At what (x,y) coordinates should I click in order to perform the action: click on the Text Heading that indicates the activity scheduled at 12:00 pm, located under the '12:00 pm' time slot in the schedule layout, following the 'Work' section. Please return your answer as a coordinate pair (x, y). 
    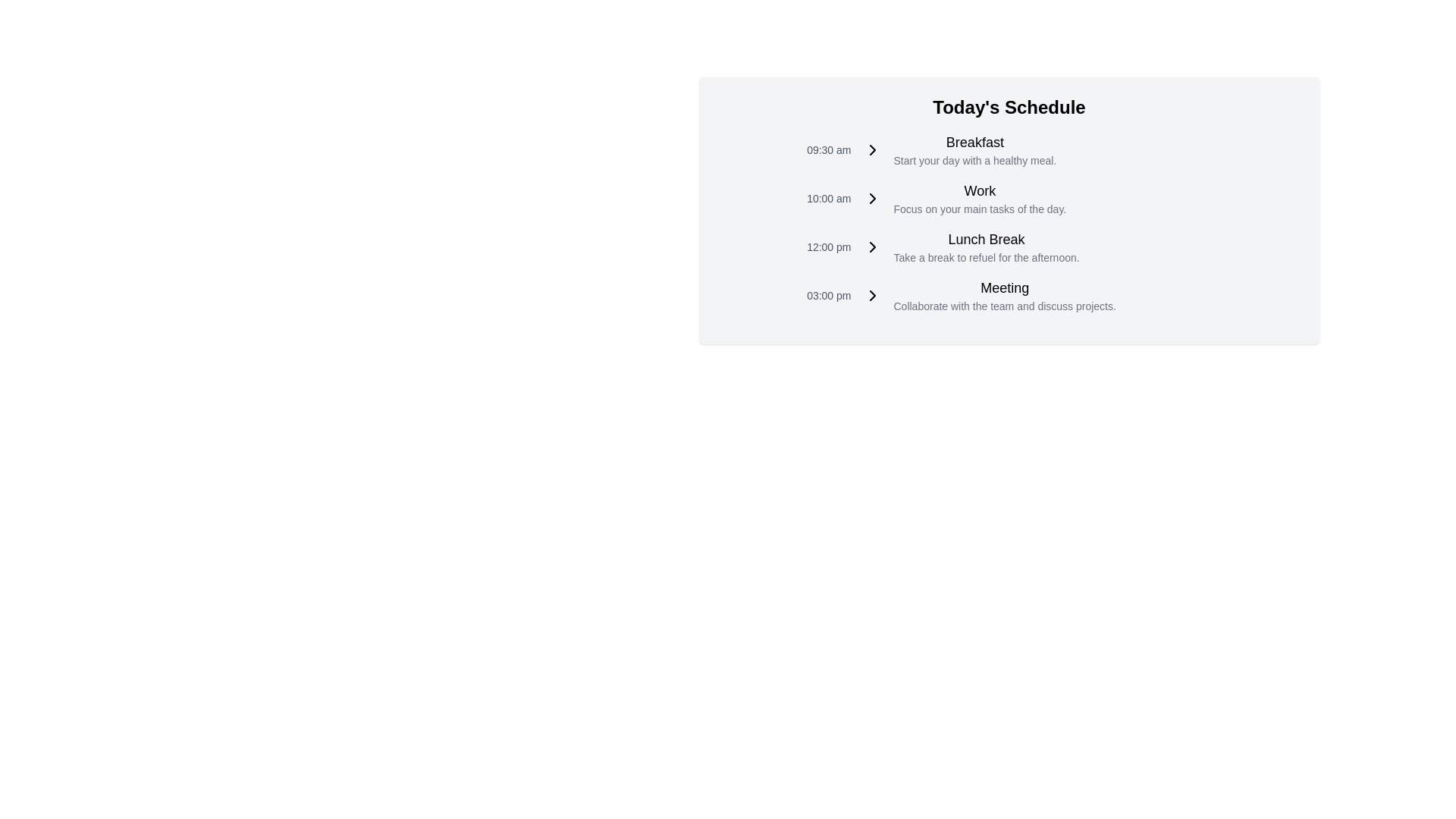
    Looking at the image, I should click on (986, 239).